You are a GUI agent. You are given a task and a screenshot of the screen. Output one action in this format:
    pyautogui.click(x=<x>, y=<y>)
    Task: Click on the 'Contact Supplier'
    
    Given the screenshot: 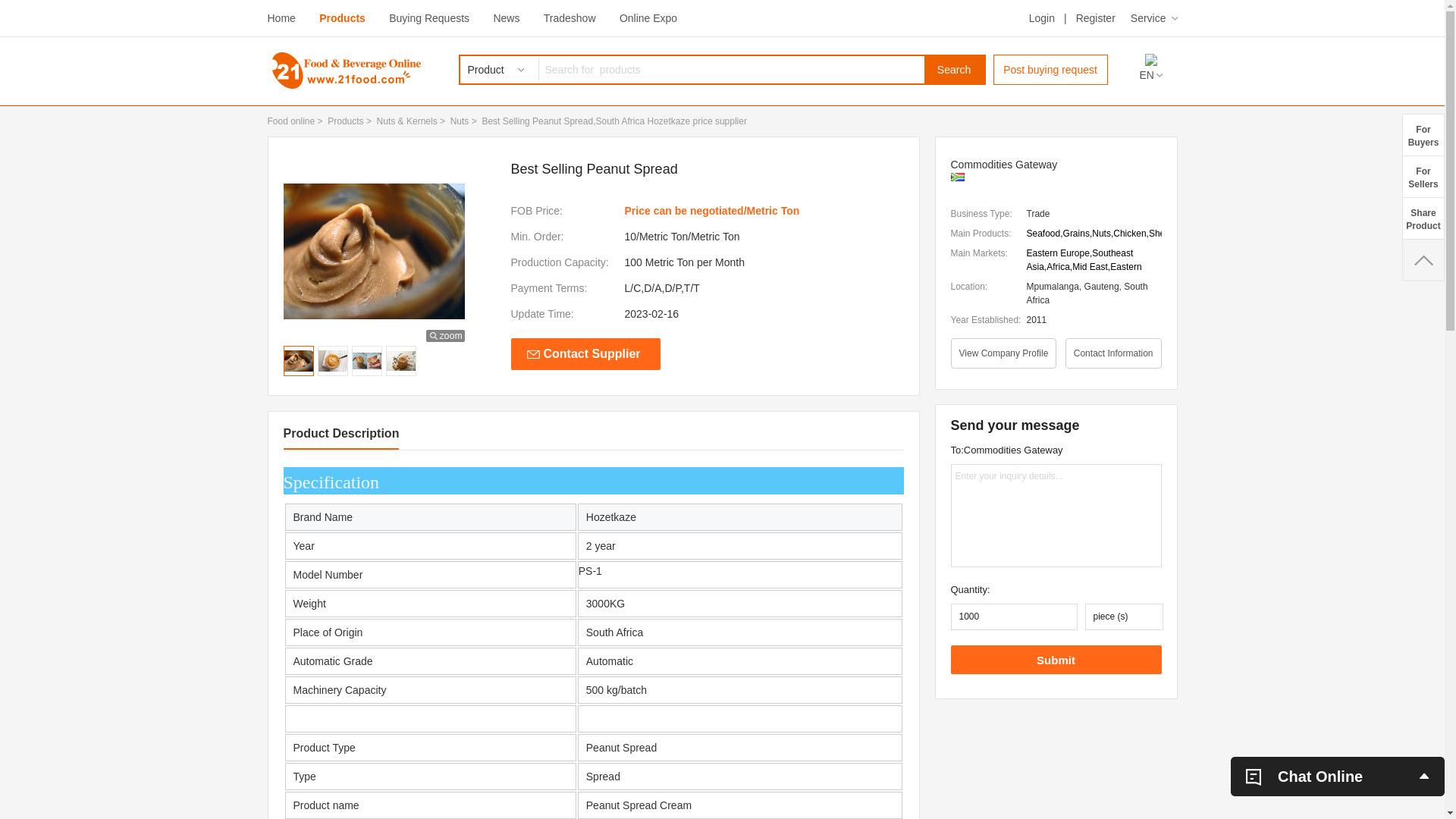 What is the action you would take?
    pyautogui.click(x=510, y=353)
    